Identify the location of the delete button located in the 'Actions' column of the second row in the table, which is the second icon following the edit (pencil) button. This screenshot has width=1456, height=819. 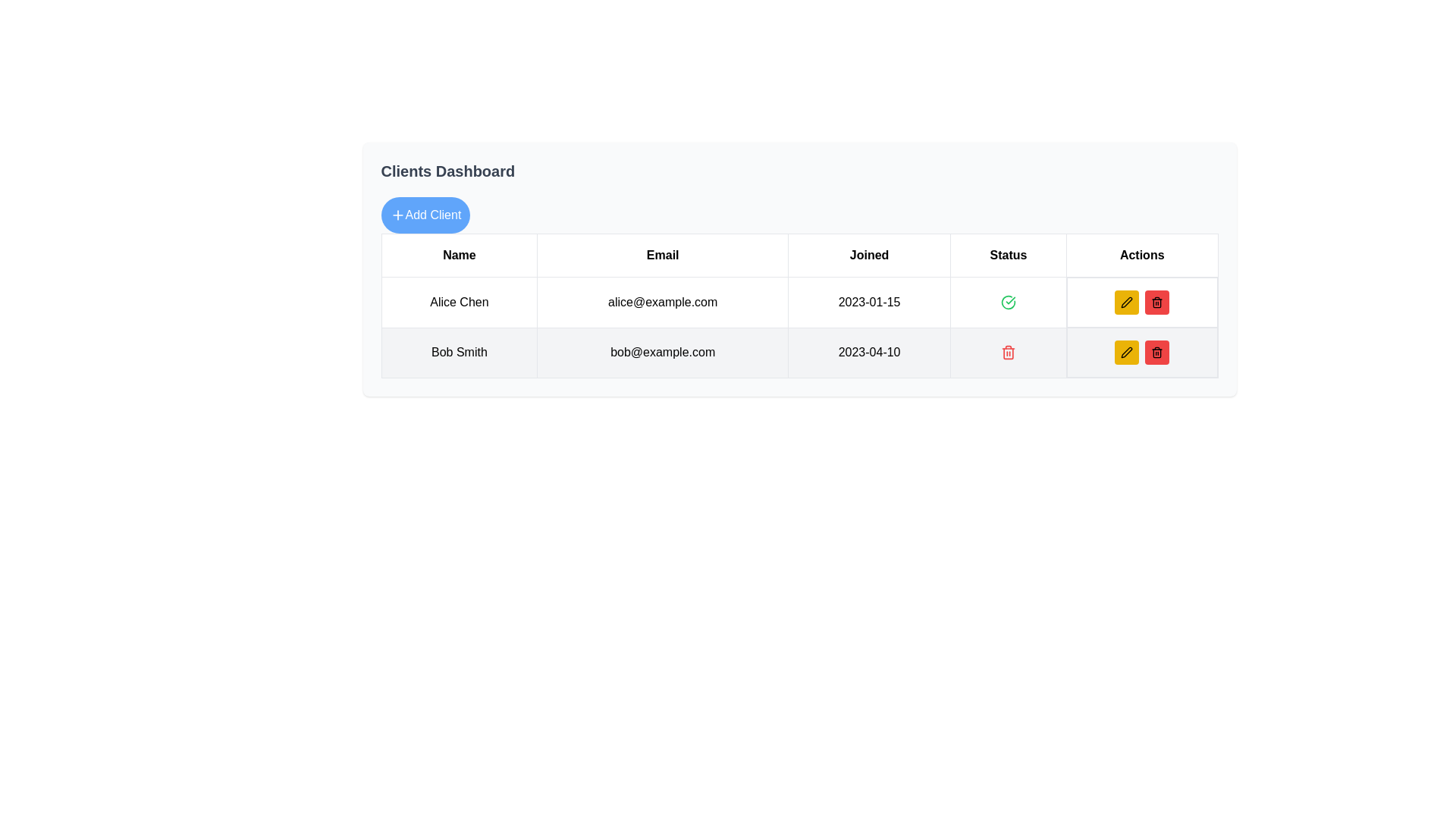
(1008, 353).